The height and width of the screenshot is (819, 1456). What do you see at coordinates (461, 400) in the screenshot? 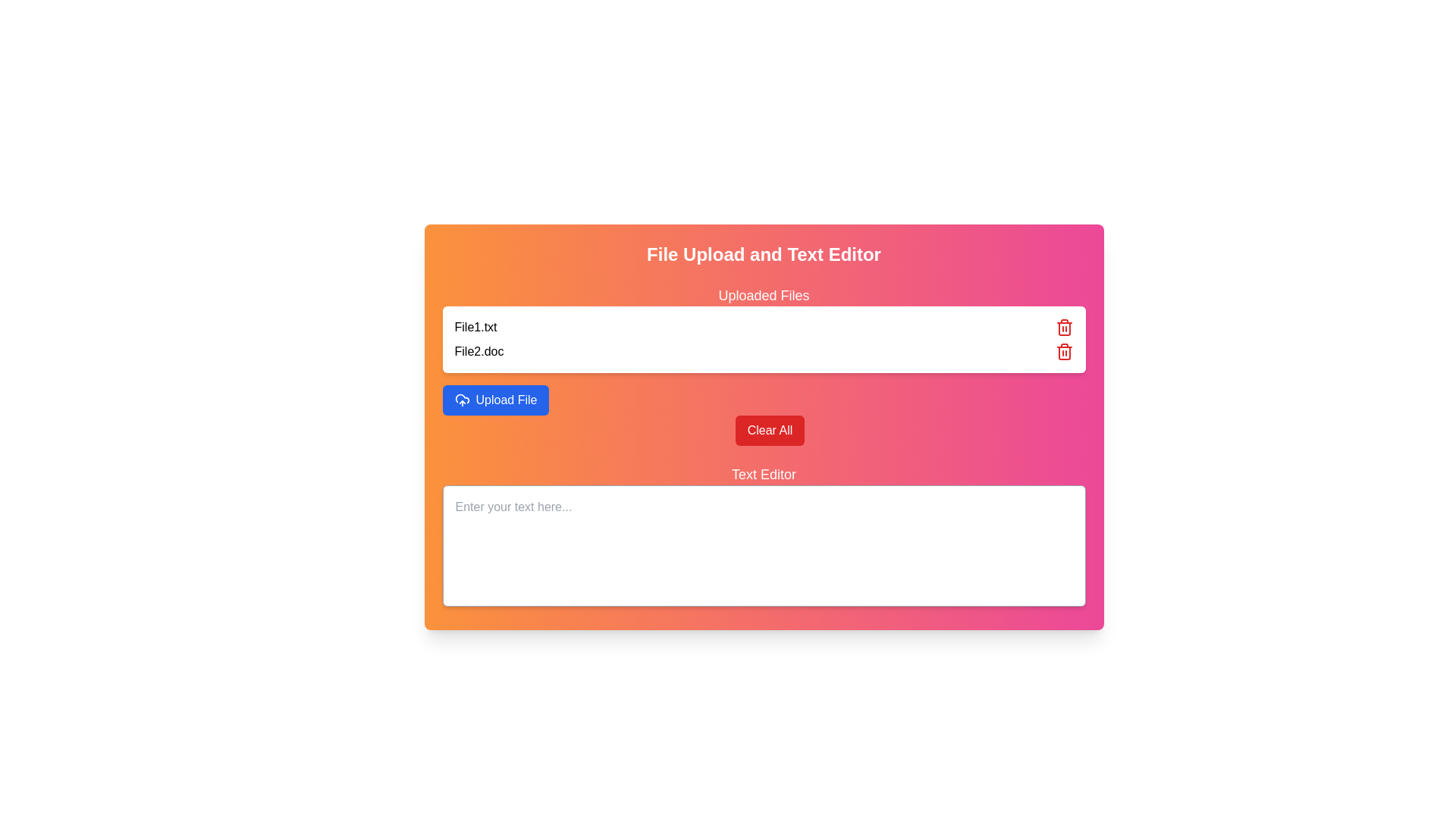
I see `the cloud icon with an upward-pointing arrow inside it, located on the left side of the blue 'Upload File' button` at bounding box center [461, 400].